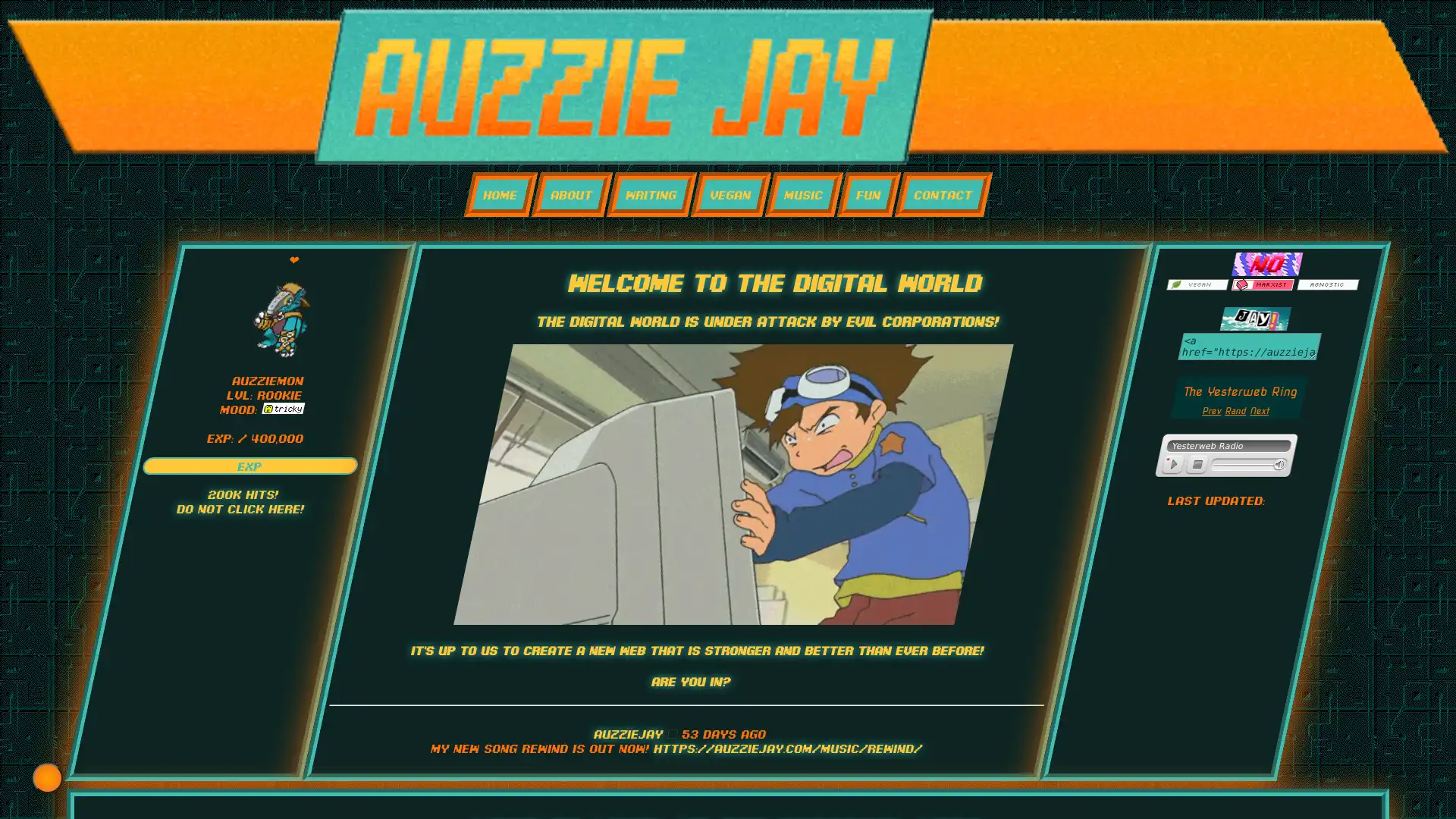 The height and width of the screenshot is (819, 1456). What do you see at coordinates (651, 193) in the screenshot?
I see `WRITING` at bounding box center [651, 193].